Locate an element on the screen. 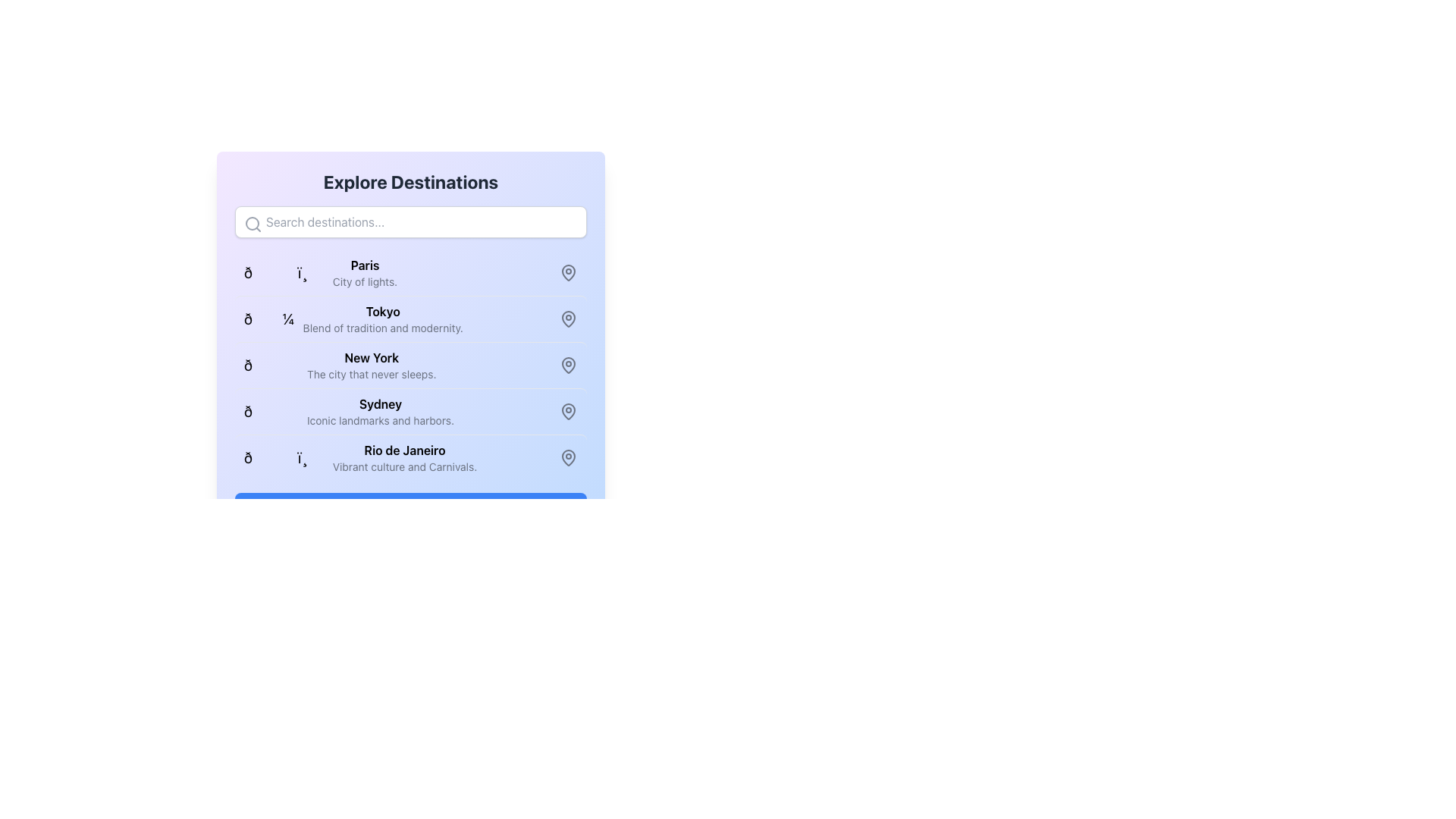 The width and height of the screenshot is (1456, 819). the pin-shaped icon for location representation associated with 'Sydney' in the list item next to 'Iconic landmarks and harbors' is located at coordinates (567, 411).